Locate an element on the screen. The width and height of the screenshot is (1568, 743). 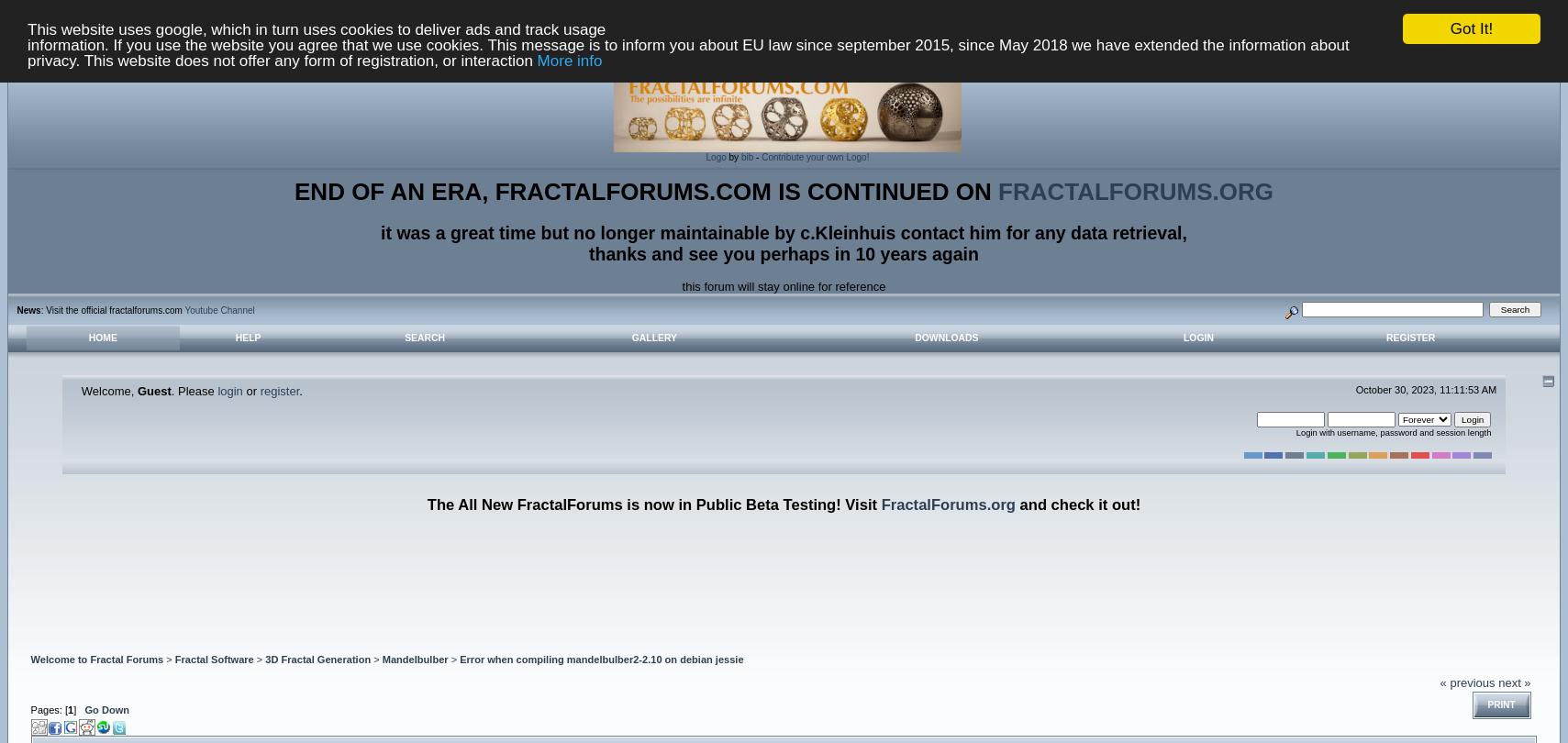
'by' is located at coordinates (731, 157).